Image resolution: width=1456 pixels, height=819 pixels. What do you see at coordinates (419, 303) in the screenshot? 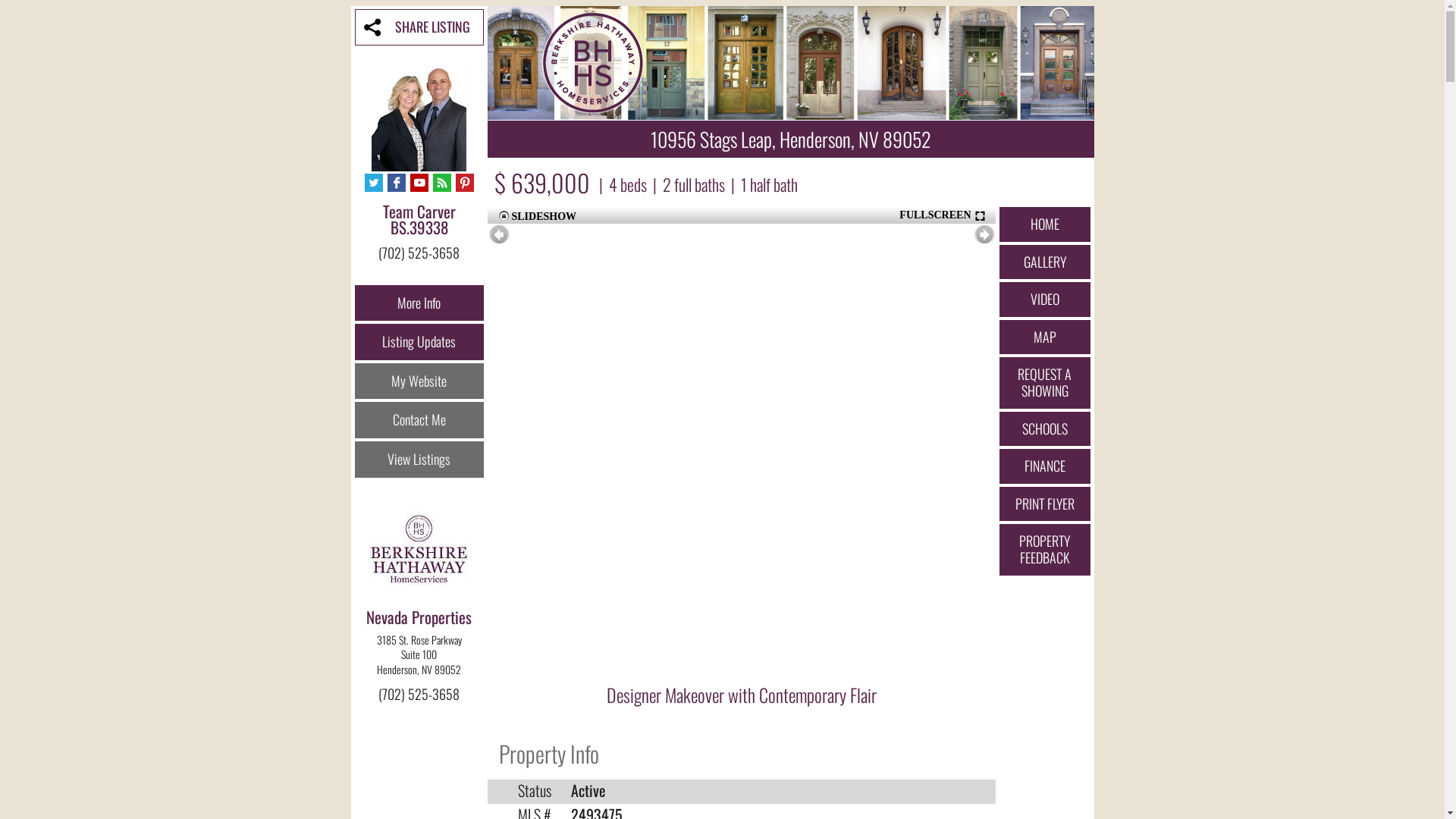
I see `'More Info'` at bounding box center [419, 303].